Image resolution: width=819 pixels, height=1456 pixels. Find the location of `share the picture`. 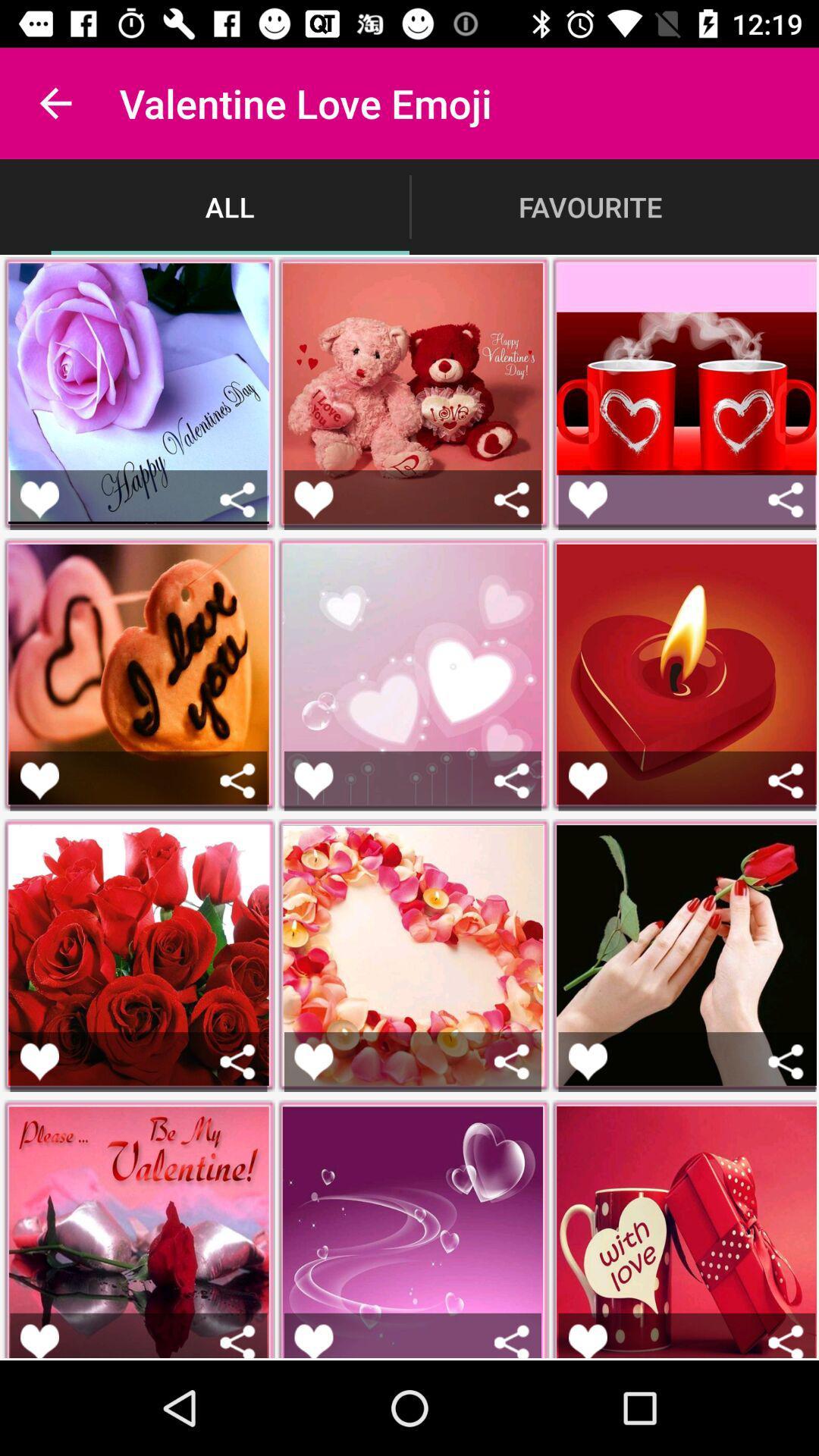

share the picture is located at coordinates (512, 1341).